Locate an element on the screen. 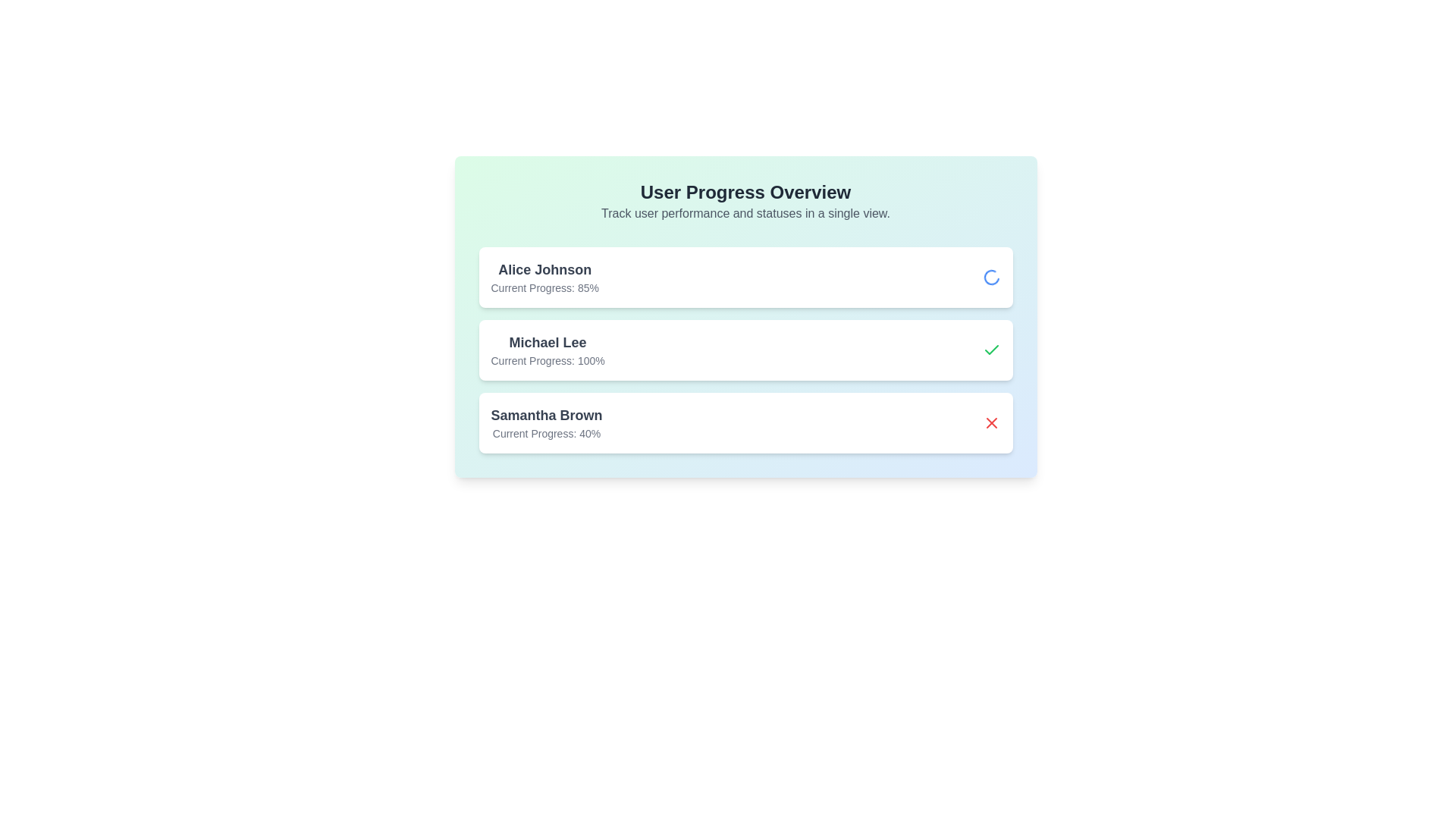  the progress label displaying 40% located beneath 'Samantha Brown' in the bottom-most card of the user progress summary is located at coordinates (546, 433).